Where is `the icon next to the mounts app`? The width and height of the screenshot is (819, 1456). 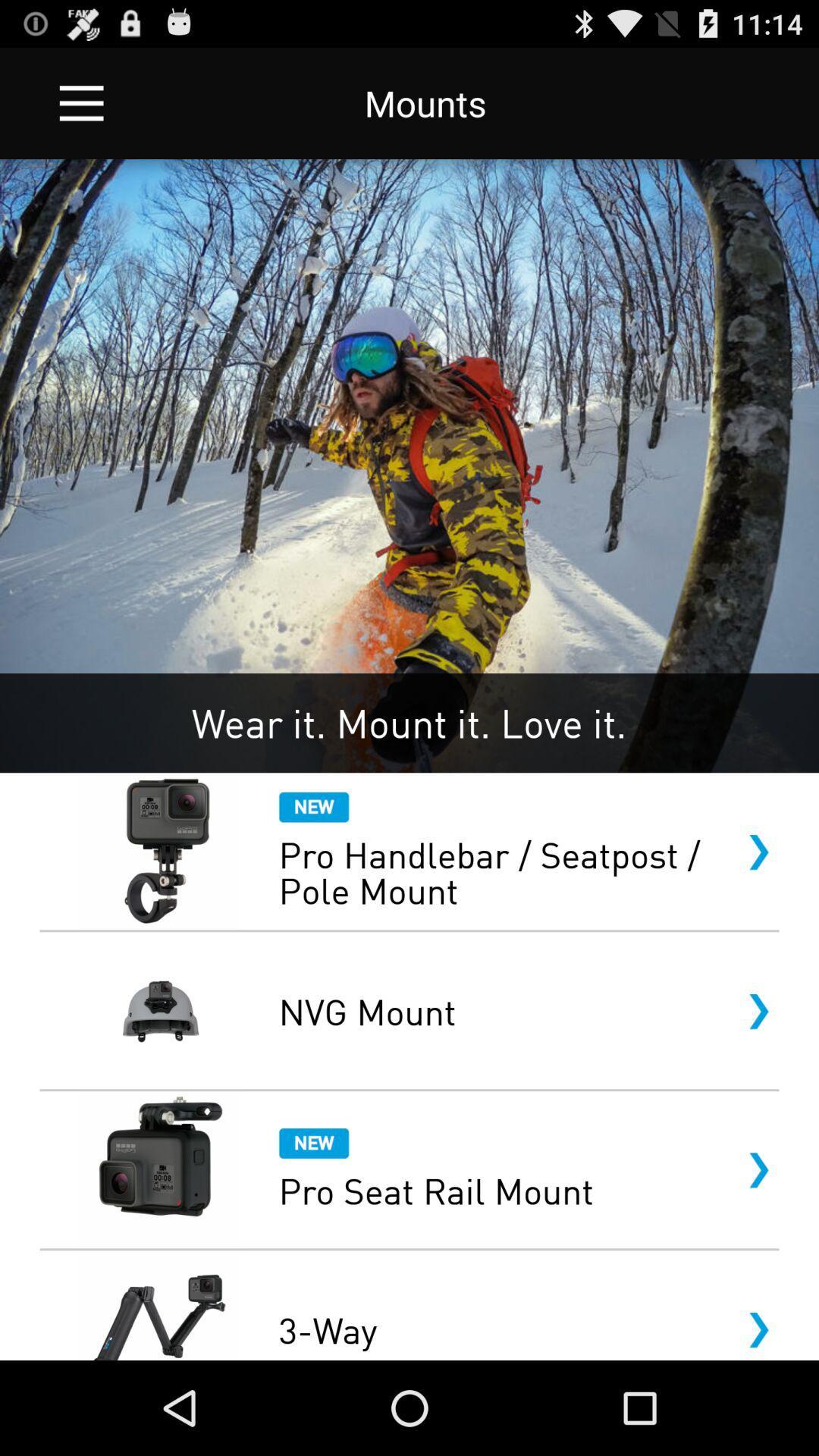
the icon next to the mounts app is located at coordinates (81, 102).